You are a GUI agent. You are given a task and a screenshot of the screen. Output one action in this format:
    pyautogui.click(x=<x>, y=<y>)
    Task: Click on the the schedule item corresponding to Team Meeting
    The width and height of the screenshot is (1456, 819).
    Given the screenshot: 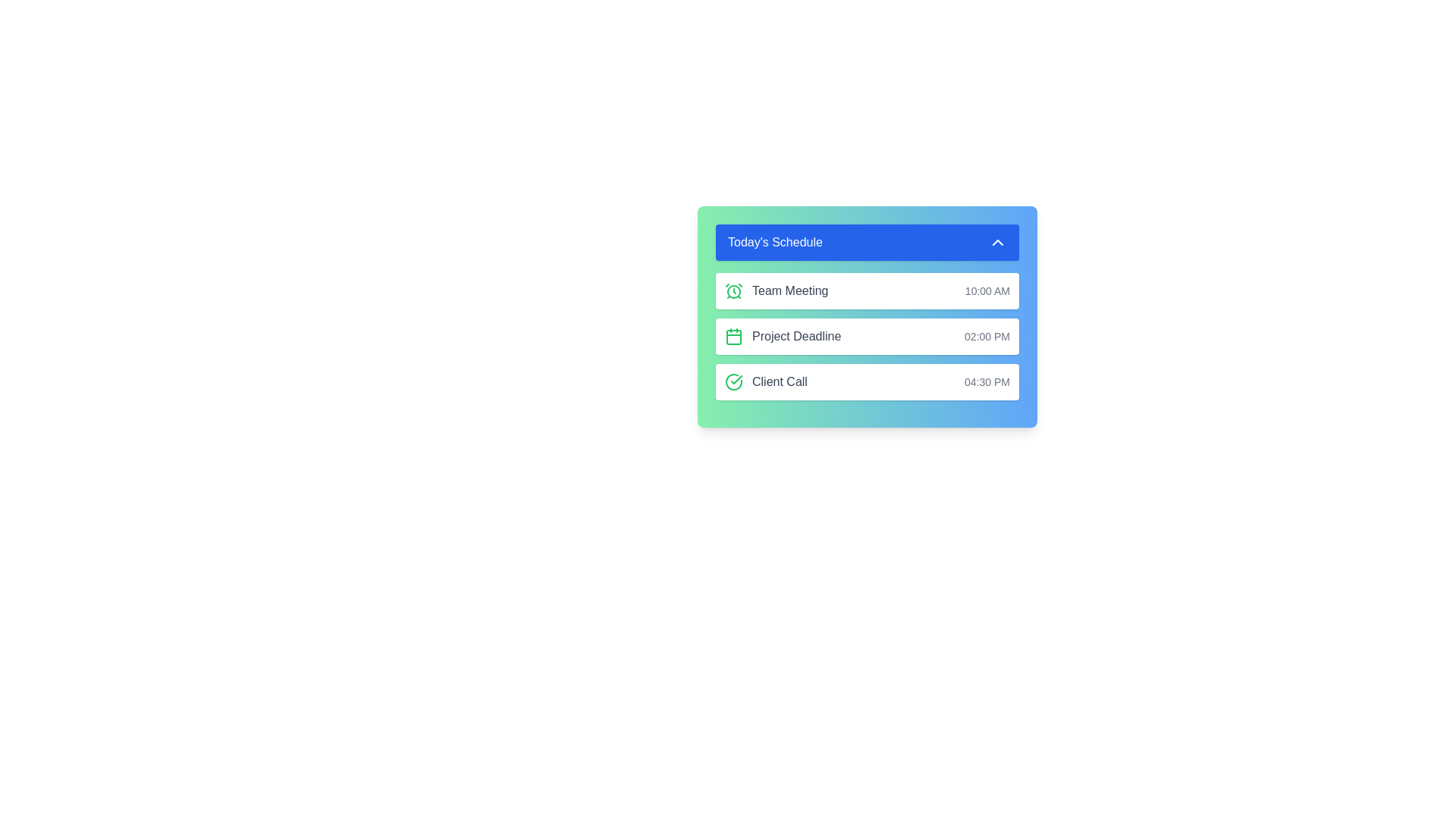 What is the action you would take?
    pyautogui.click(x=867, y=291)
    